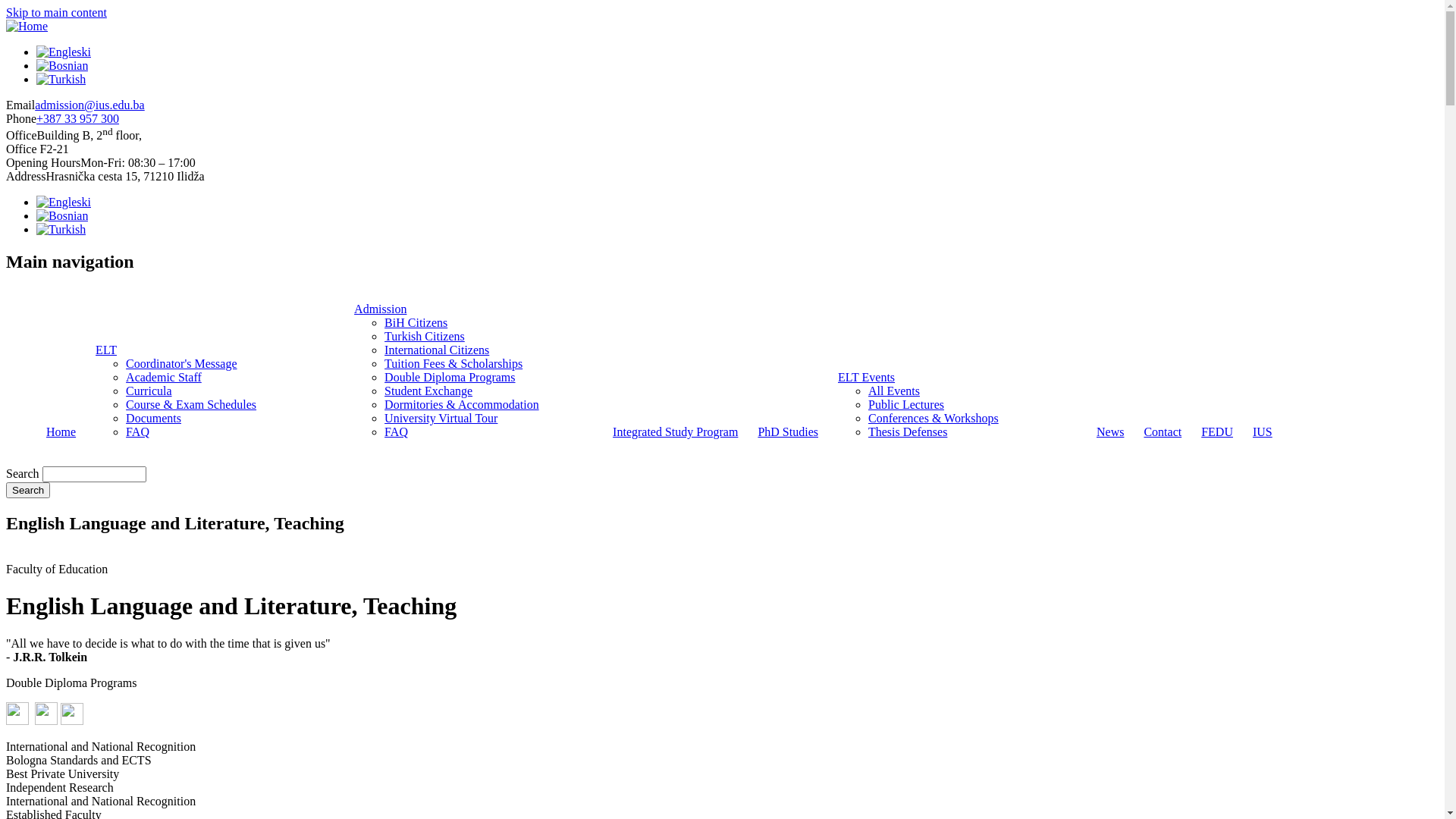  What do you see at coordinates (396, 431) in the screenshot?
I see `'FAQ'` at bounding box center [396, 431].